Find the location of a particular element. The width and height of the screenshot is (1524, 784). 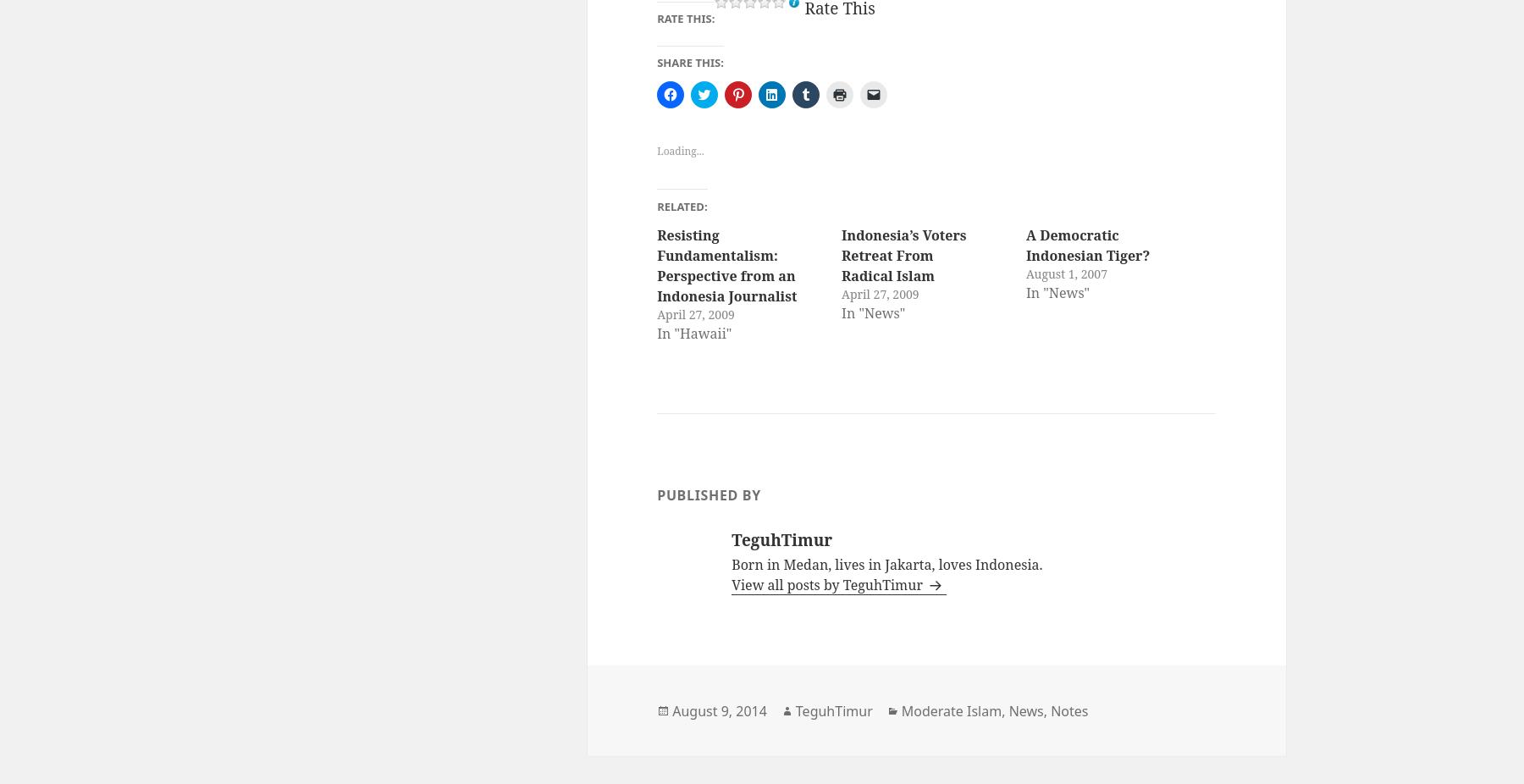

'News' is located at coordinates (1024, 709).